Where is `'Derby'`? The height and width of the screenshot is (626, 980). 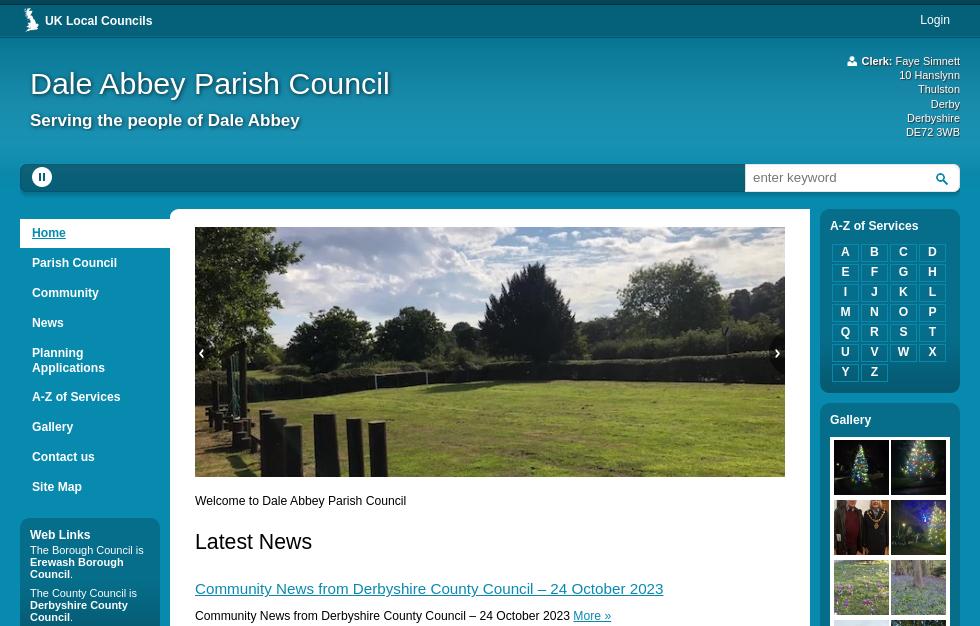
'Derby' is located at coordinates (945, 102).